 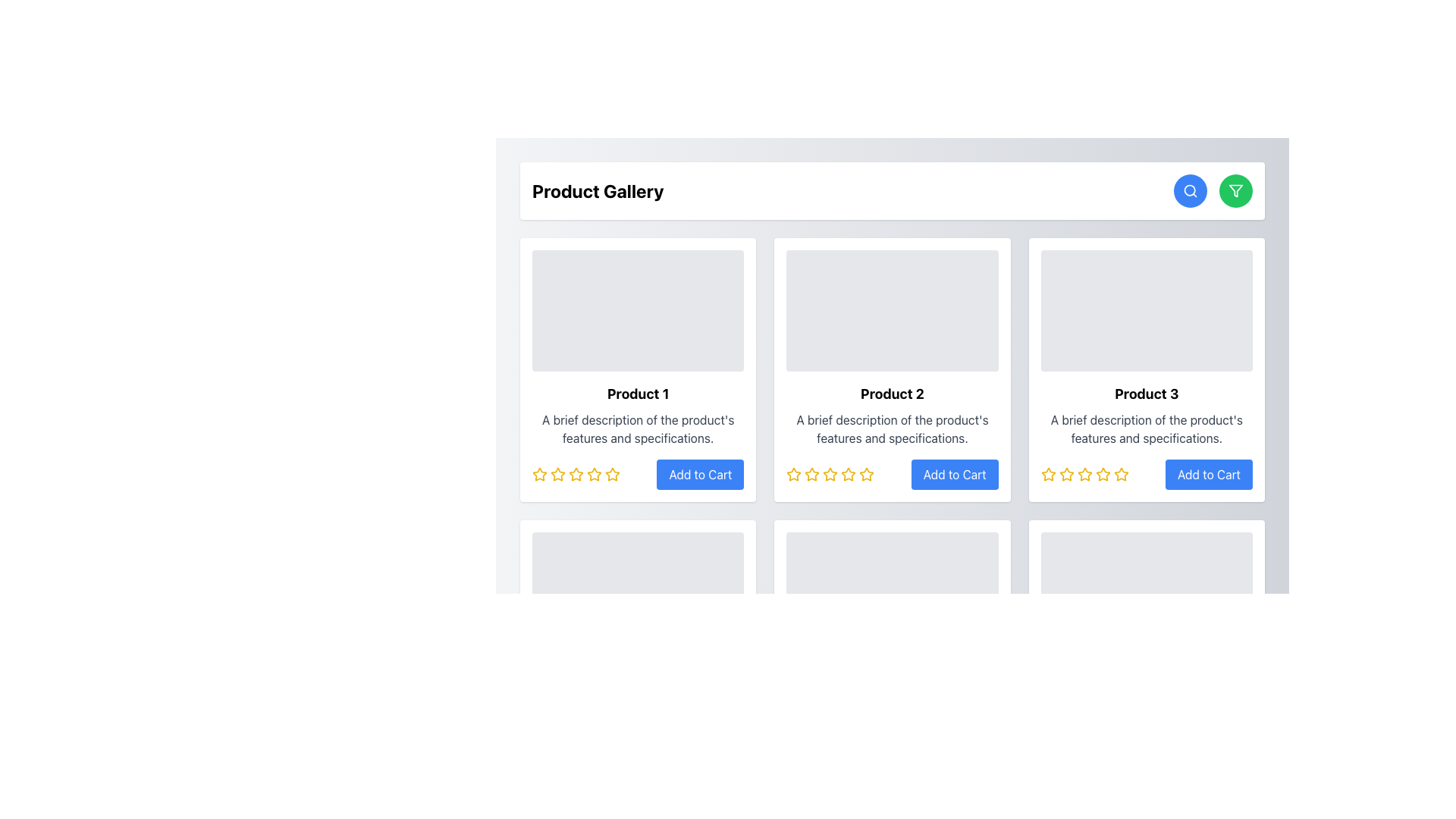 What do you see at coordinates (593, 473) in the screenshot?
I see `the red bordered star icon in the 5-star rating system located below the title 'Product 1'` at bounding box center [593, 473].